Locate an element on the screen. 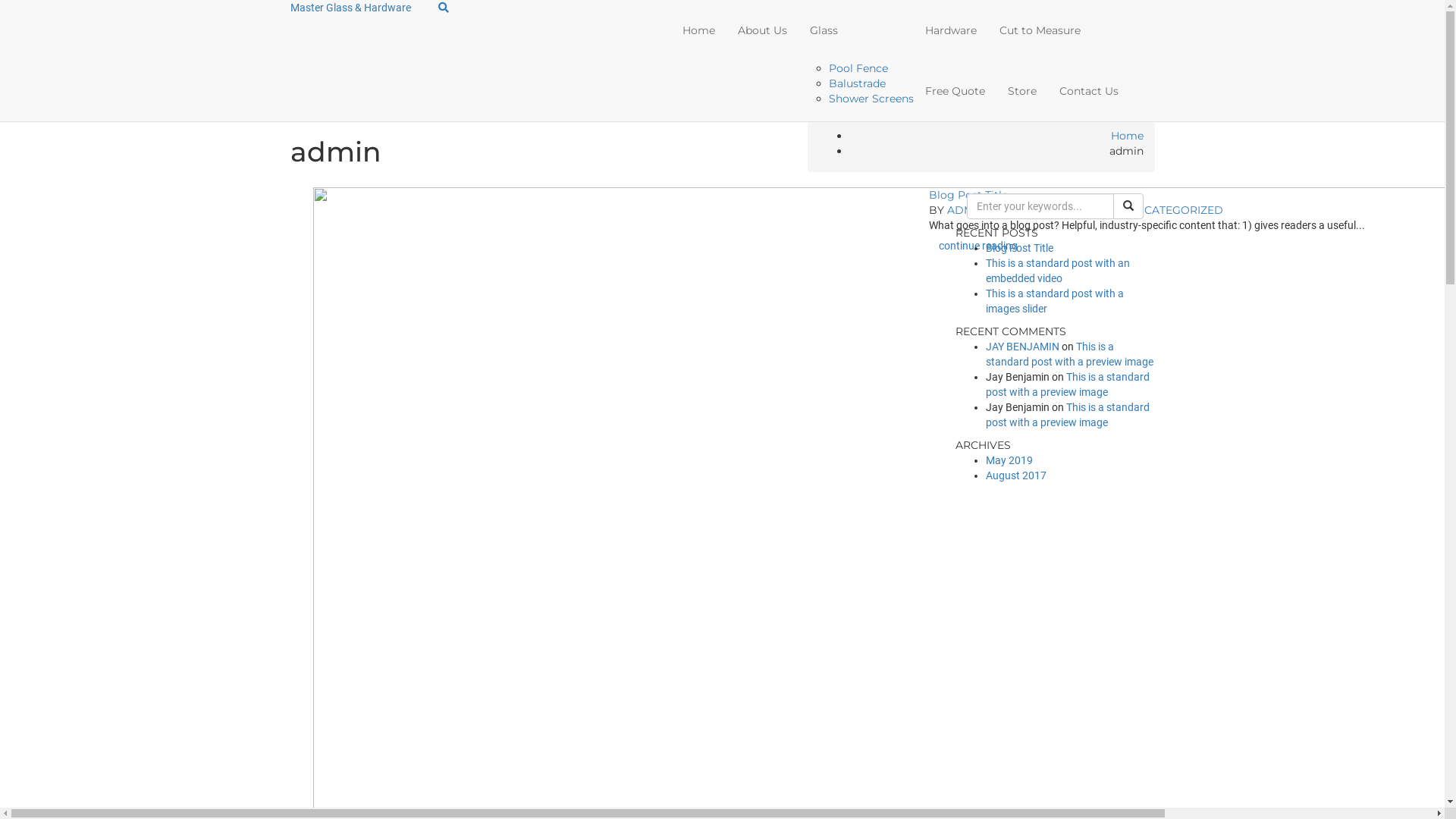 The width and height of the screenshot is (1456, 819). 'Contact Us' is located at coordinates (1087, 90).